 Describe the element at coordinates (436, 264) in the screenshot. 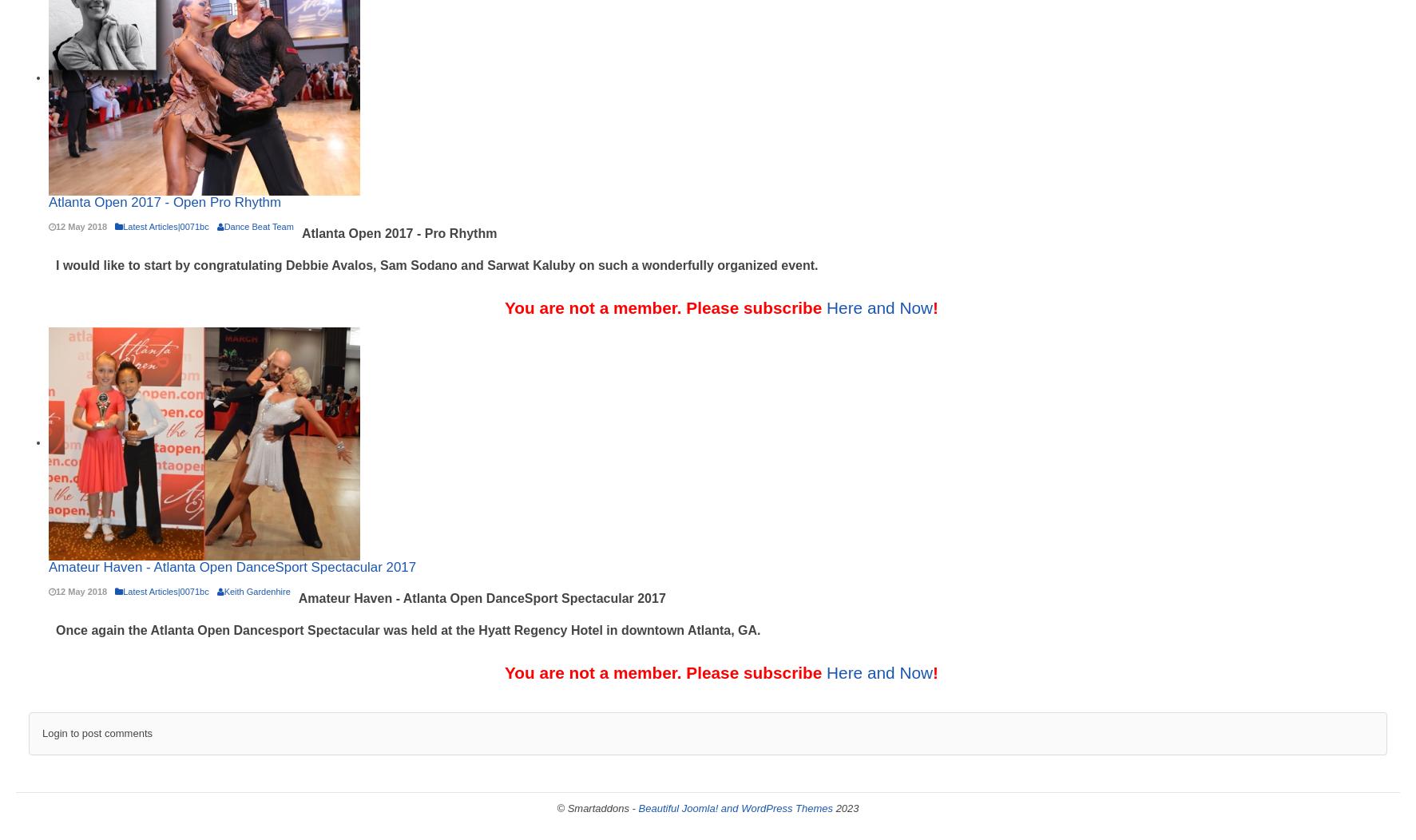

I see `'I would like to start by congratulating Debbie Avalos, Sam Sodano and Sarwat Kaluby on such a wonderfully organized event.'` at that location.